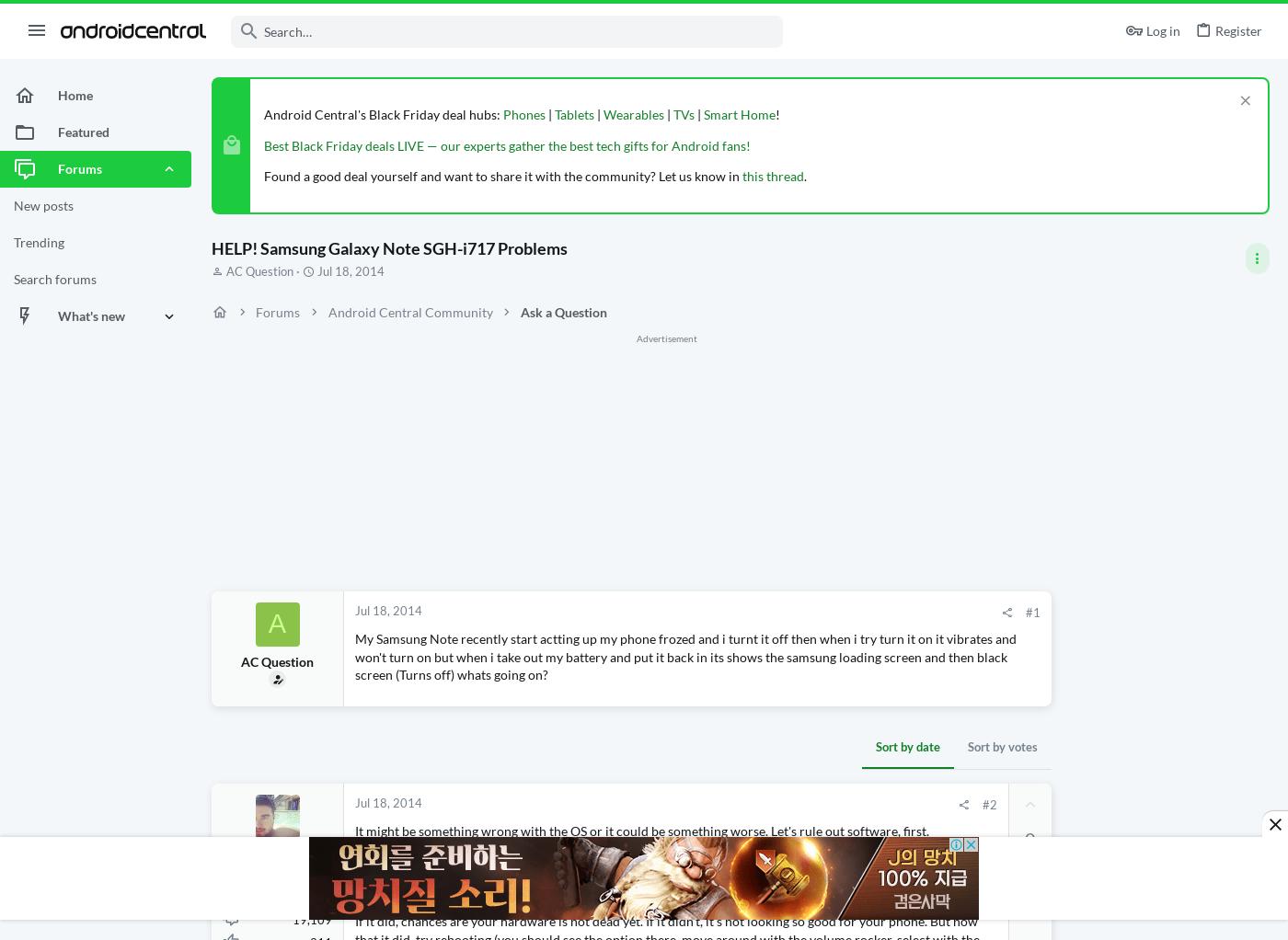 This screenshot has height=940, width=1288. I want to click on 'What's new', so click(91, 315).